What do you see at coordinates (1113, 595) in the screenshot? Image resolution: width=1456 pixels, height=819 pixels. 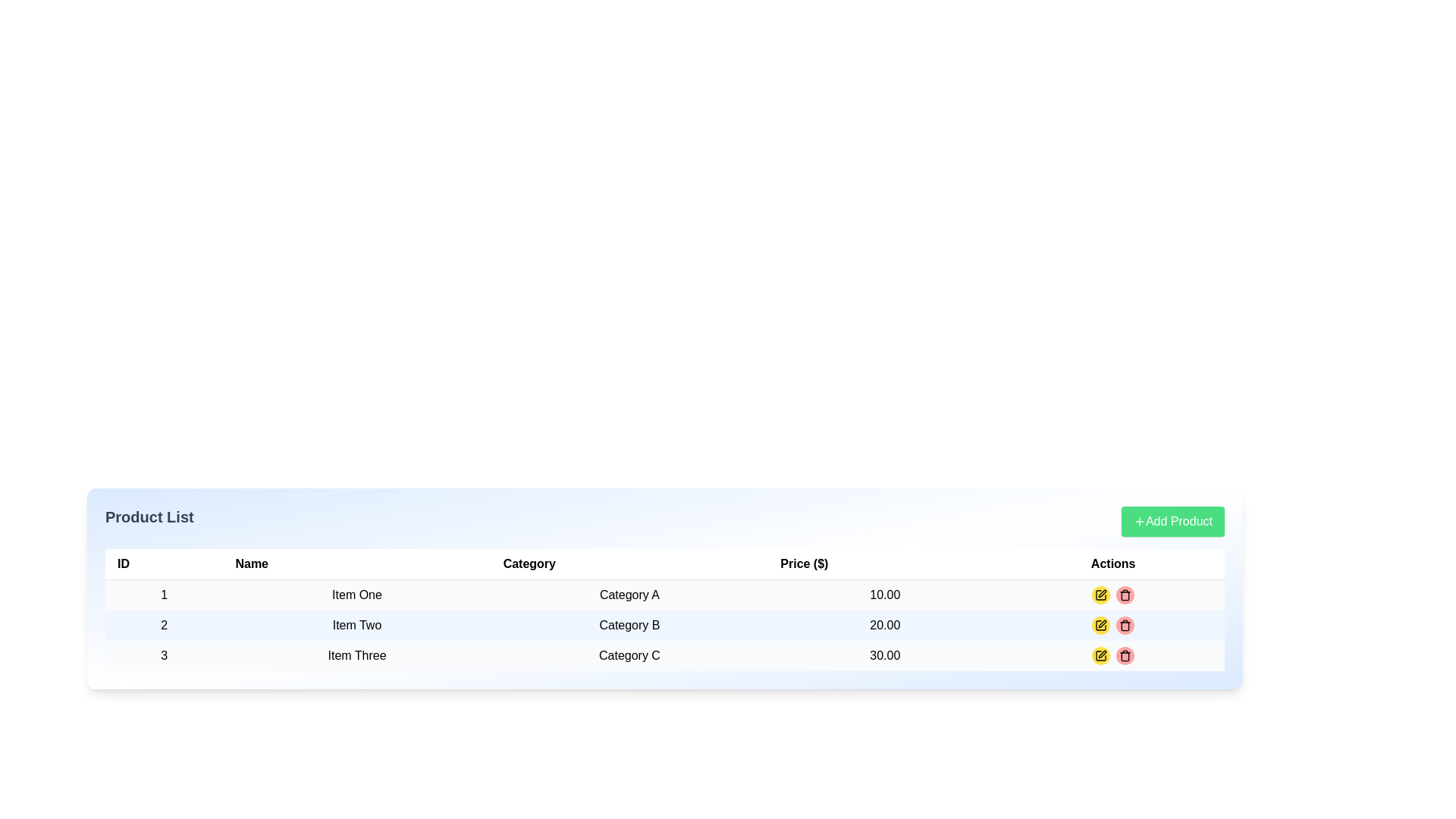 I see `the yellow button with a pen icon` at bounding box center [1113, 595].